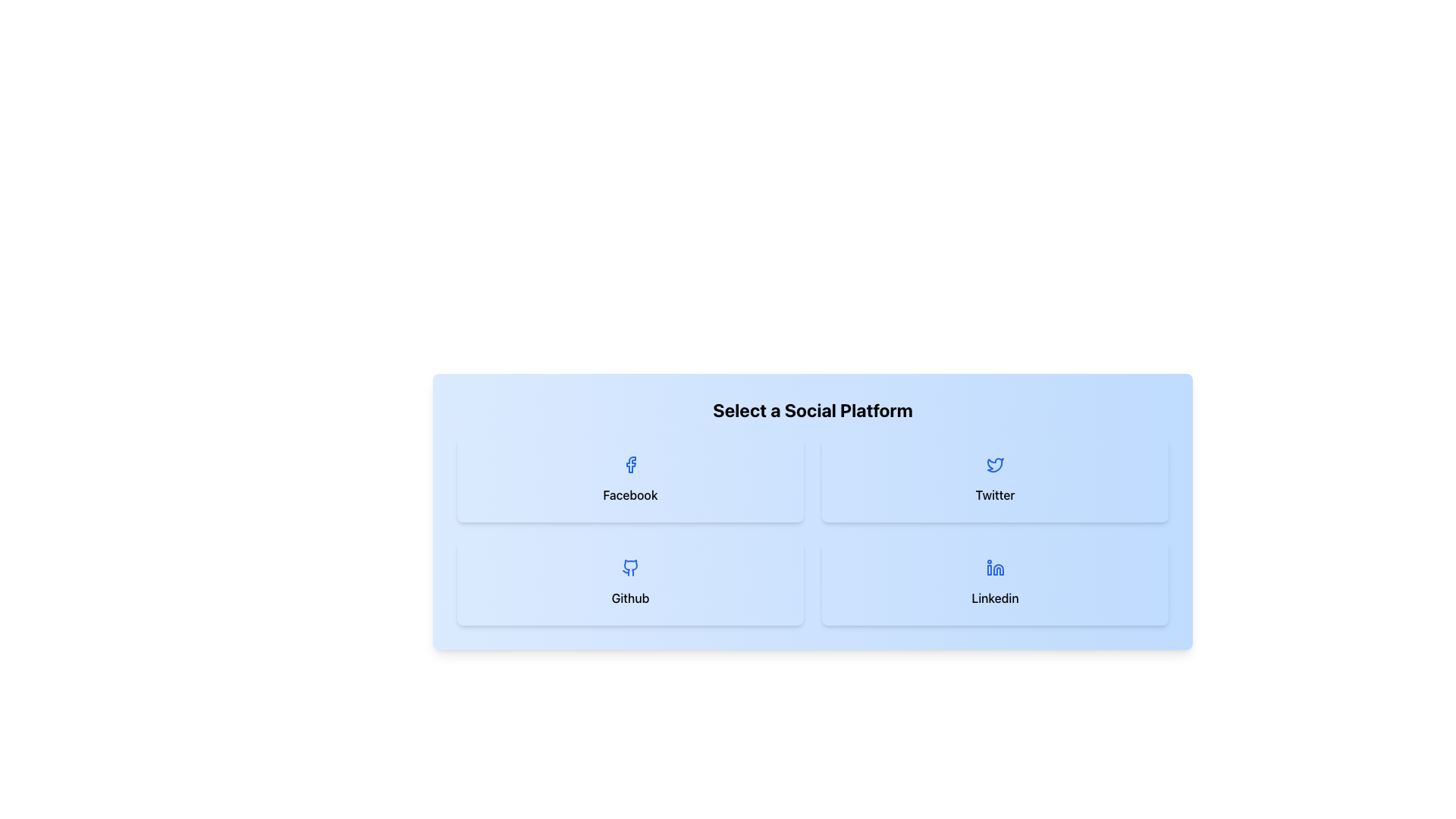  I want to click on the Twitter selection card in the second column of the first row of the grid, so click(995, 479).